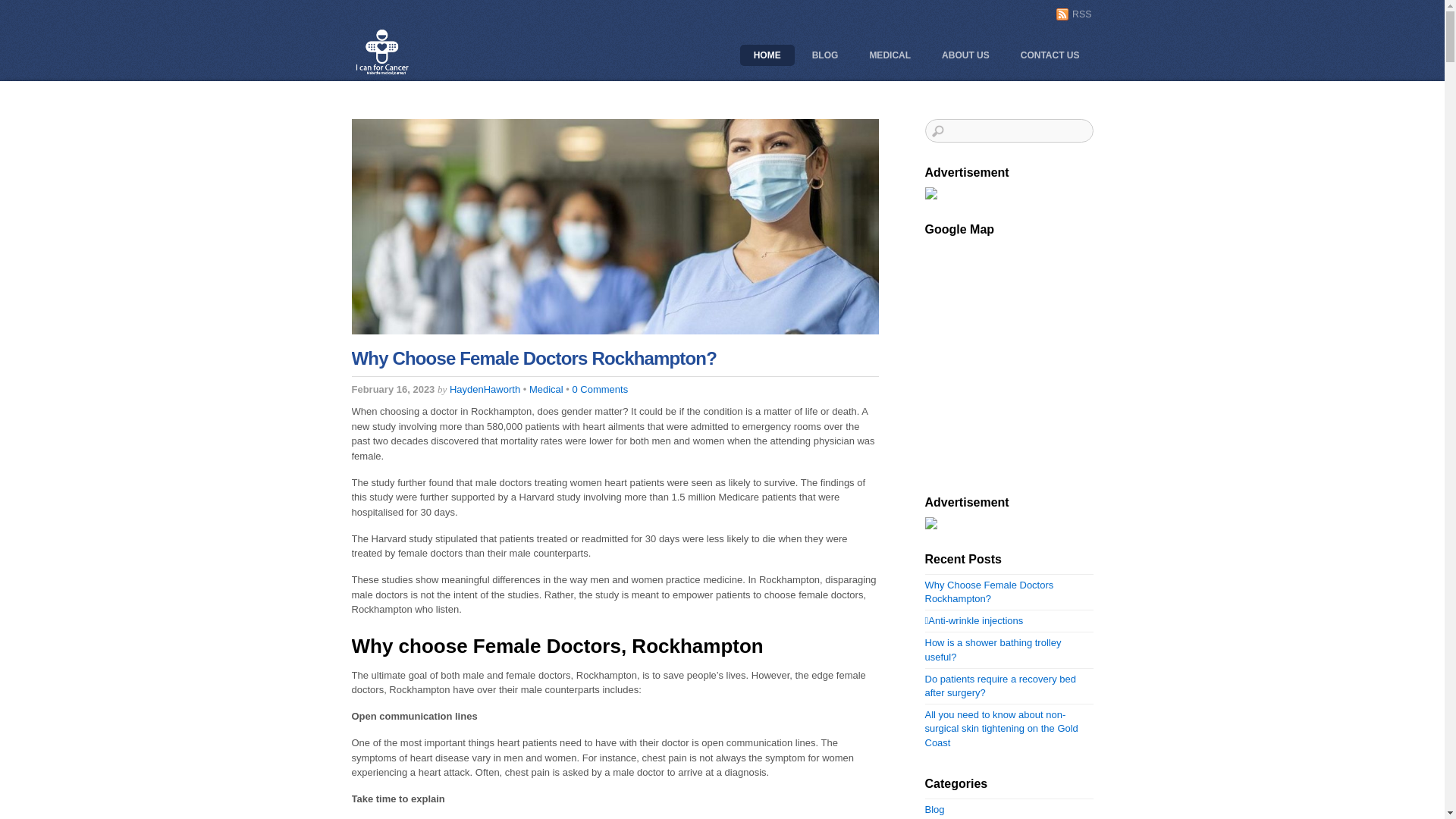 The height and width of the screenshot is (819, 1456). Describe the element at coordinates (382, 51) in the screenshot. I see `'I can for Cancer'` at that location.